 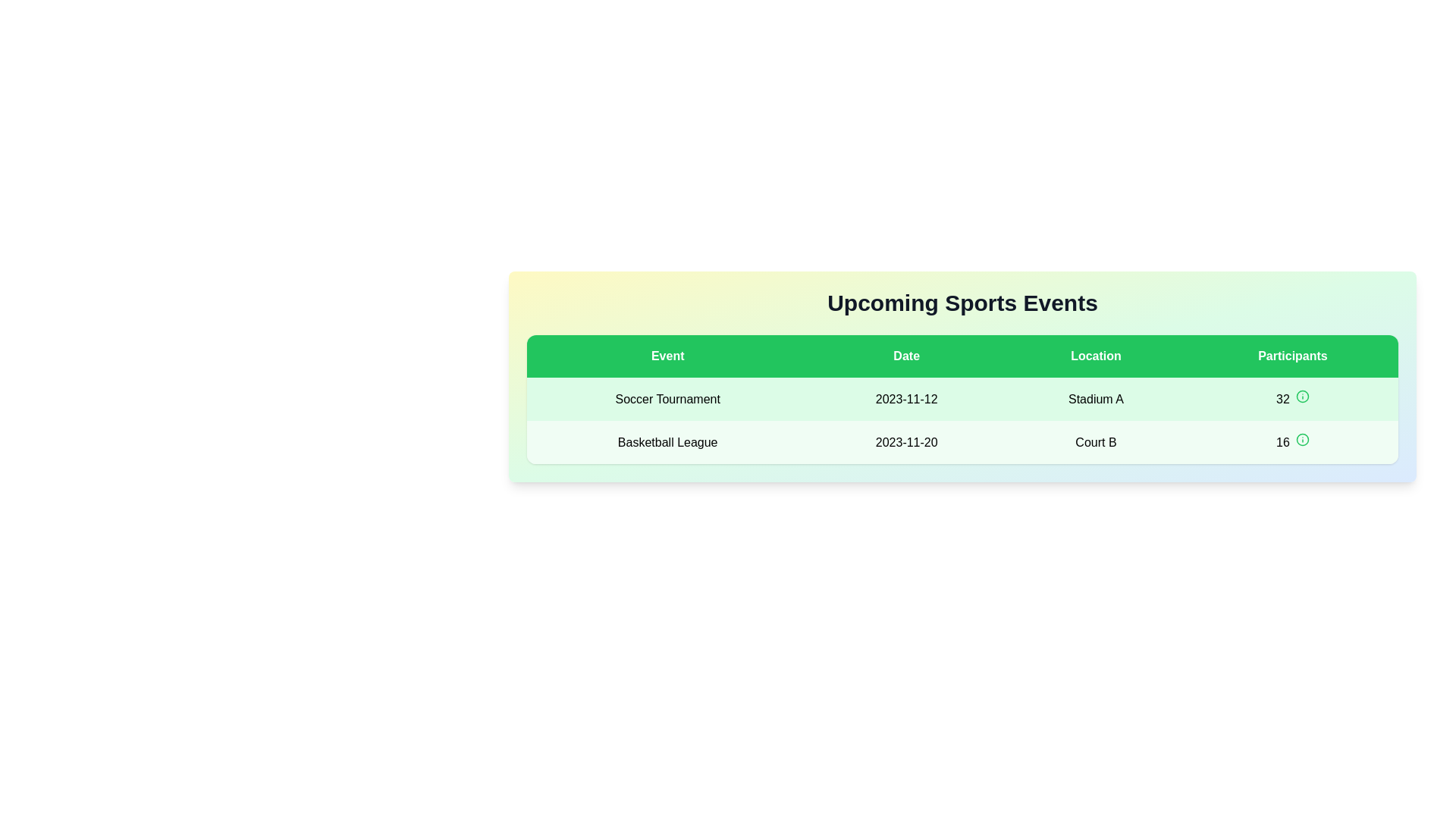 What do you see at coordinates (962, 442) in the screenshot?
I see `the second row in the 'Upcoming Sports Events' table that displays details about the 'Basketball League' event` at bounding box center [962, 442].